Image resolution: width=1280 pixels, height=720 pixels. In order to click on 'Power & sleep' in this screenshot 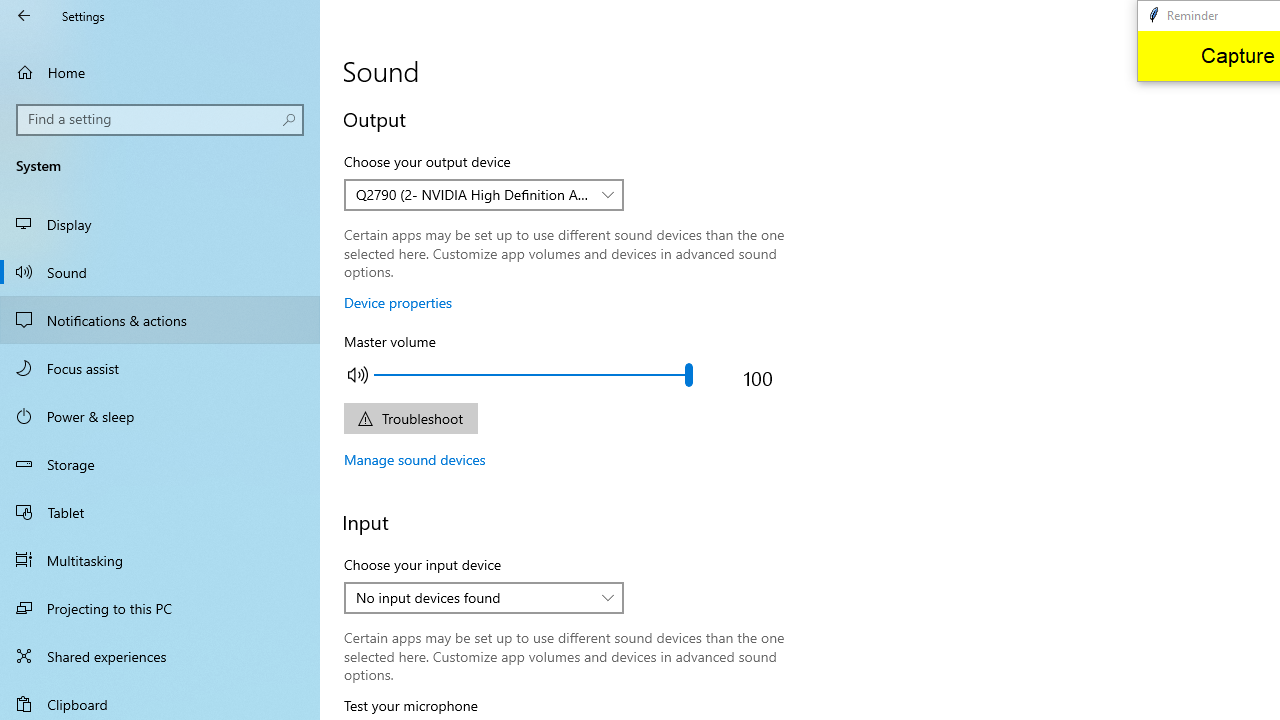, I will do `click(160, 414)`.